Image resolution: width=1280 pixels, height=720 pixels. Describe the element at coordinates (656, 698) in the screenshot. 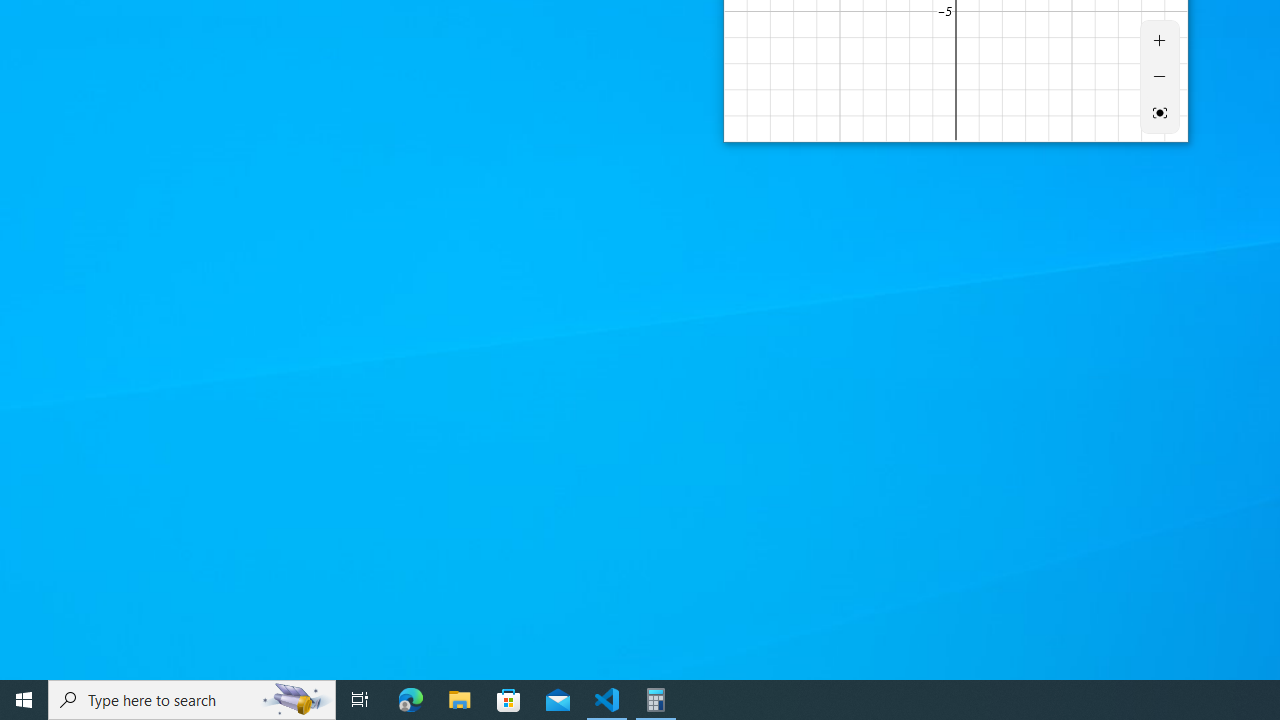

I see `'Calculator - 1 running window'` at that location.